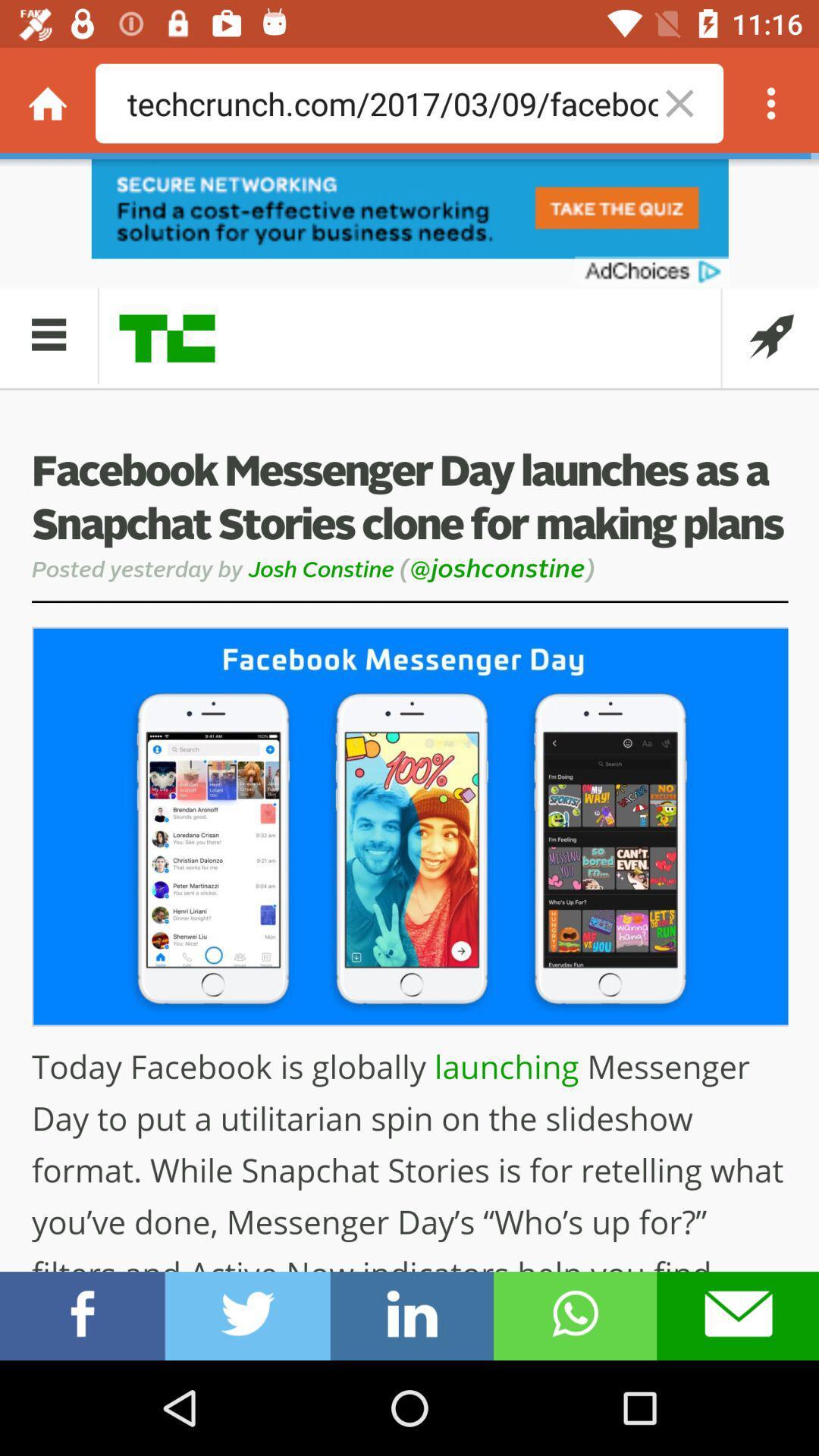  I want to click on open settings, so click(771, 102).